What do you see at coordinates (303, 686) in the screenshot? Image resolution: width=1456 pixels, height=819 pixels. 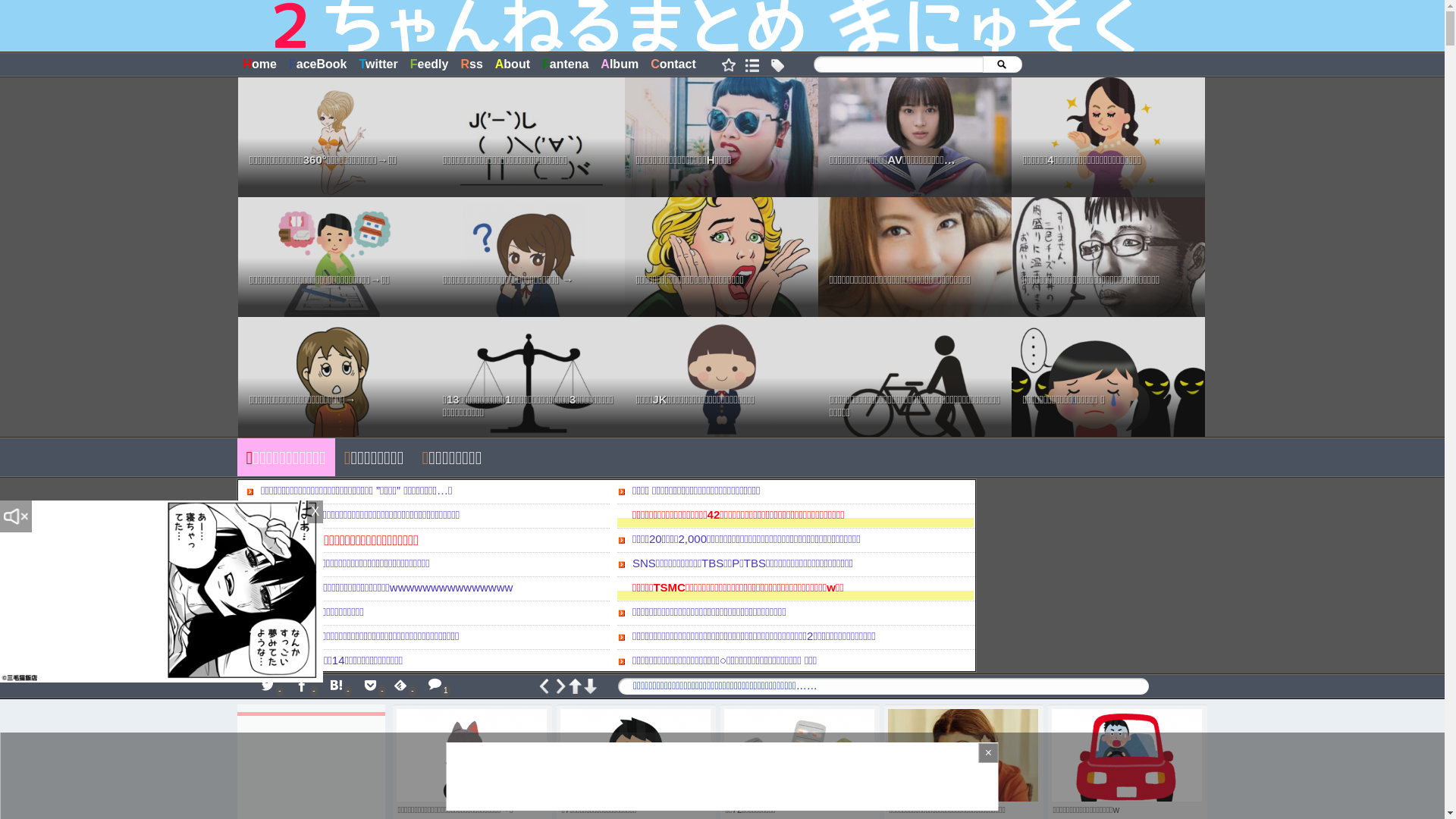 I see `'-'` at bounding box center [303, 686].